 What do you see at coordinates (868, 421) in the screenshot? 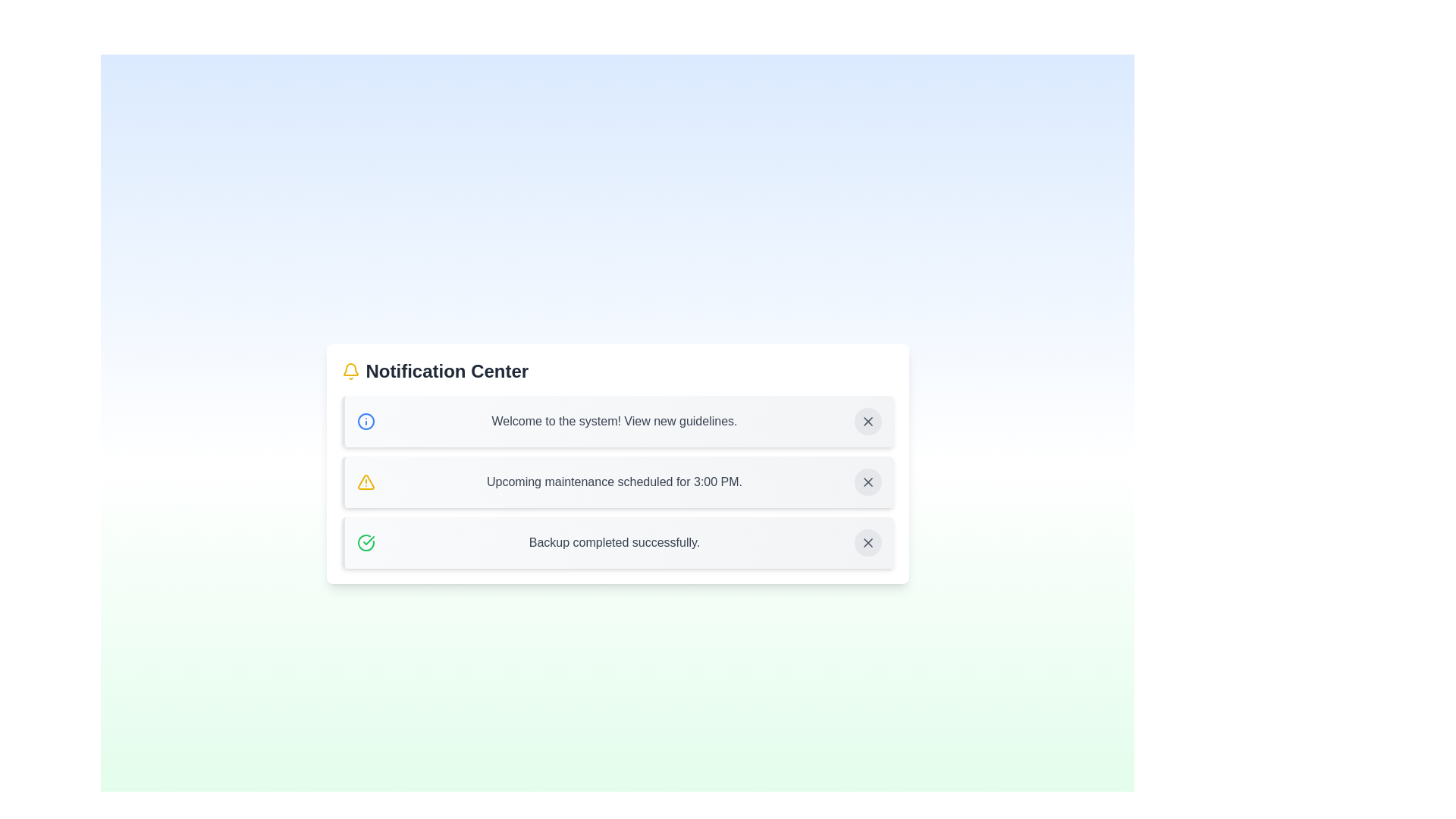
I see `the Close Button icon, which is a cross-shaped icon styled with a two-line design forming an 'X', located in the top-right corner of the first notification entry` at bounding box center [868, 421].